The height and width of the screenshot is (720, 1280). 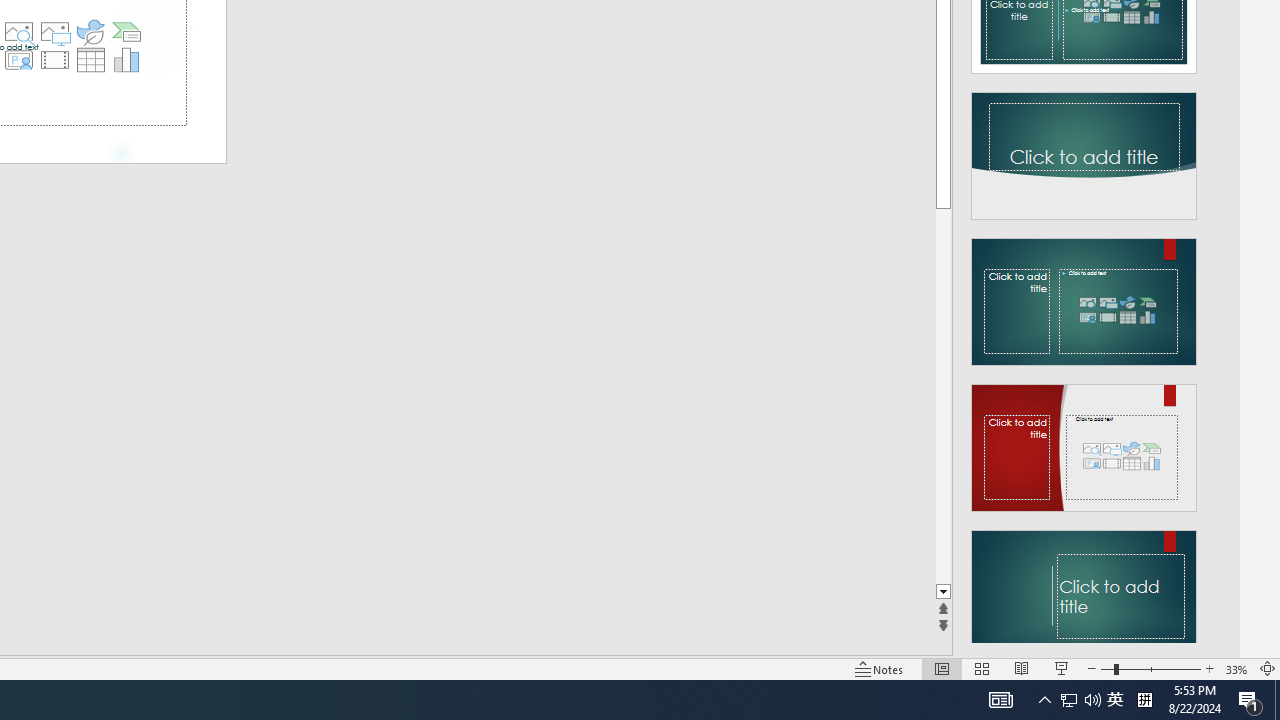 I want to click on 'Pictures', so click(x=54, y=32).